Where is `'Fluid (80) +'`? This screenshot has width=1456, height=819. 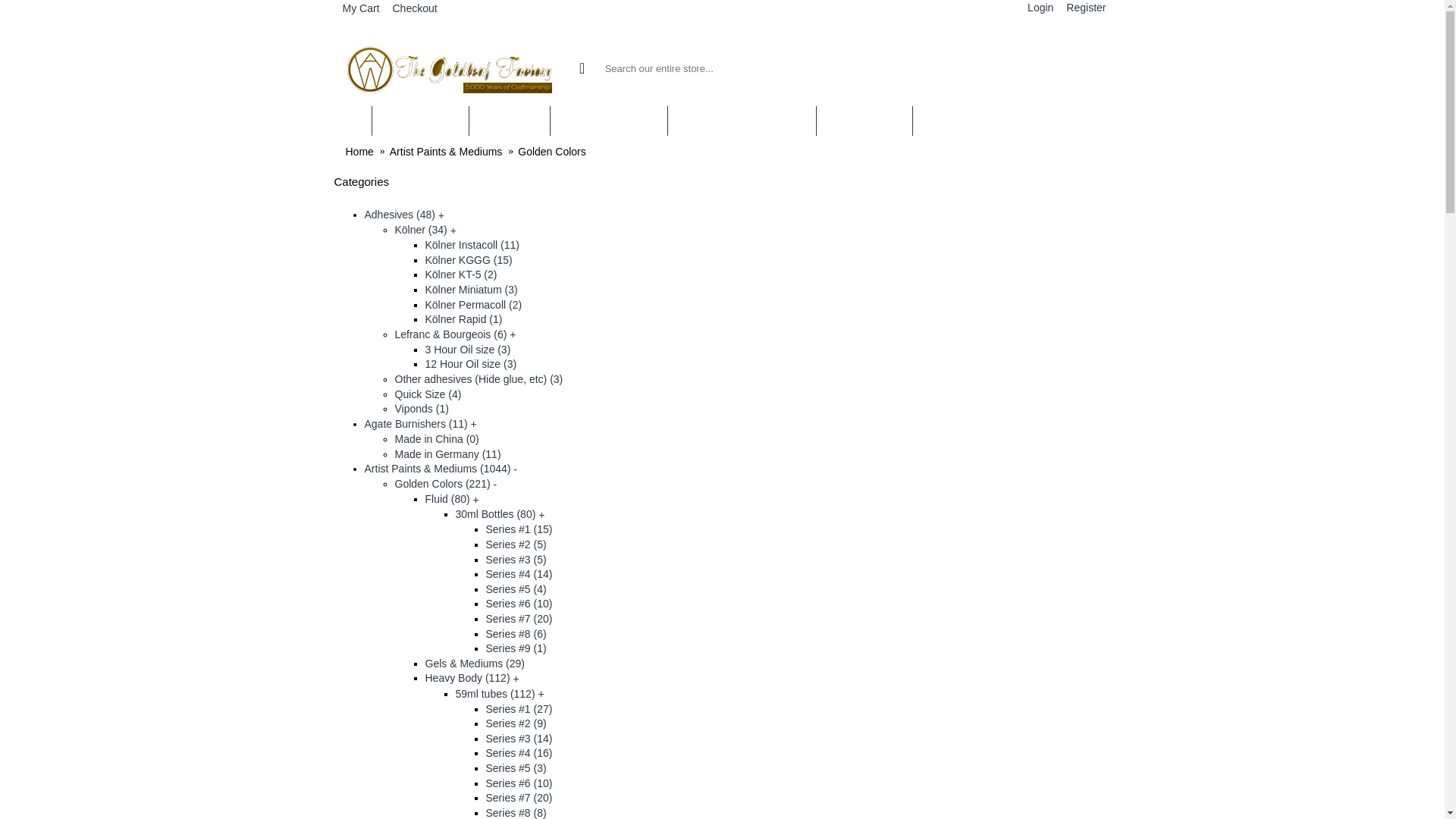 'Fluid (80) +' is located at coordinates (450, 499).